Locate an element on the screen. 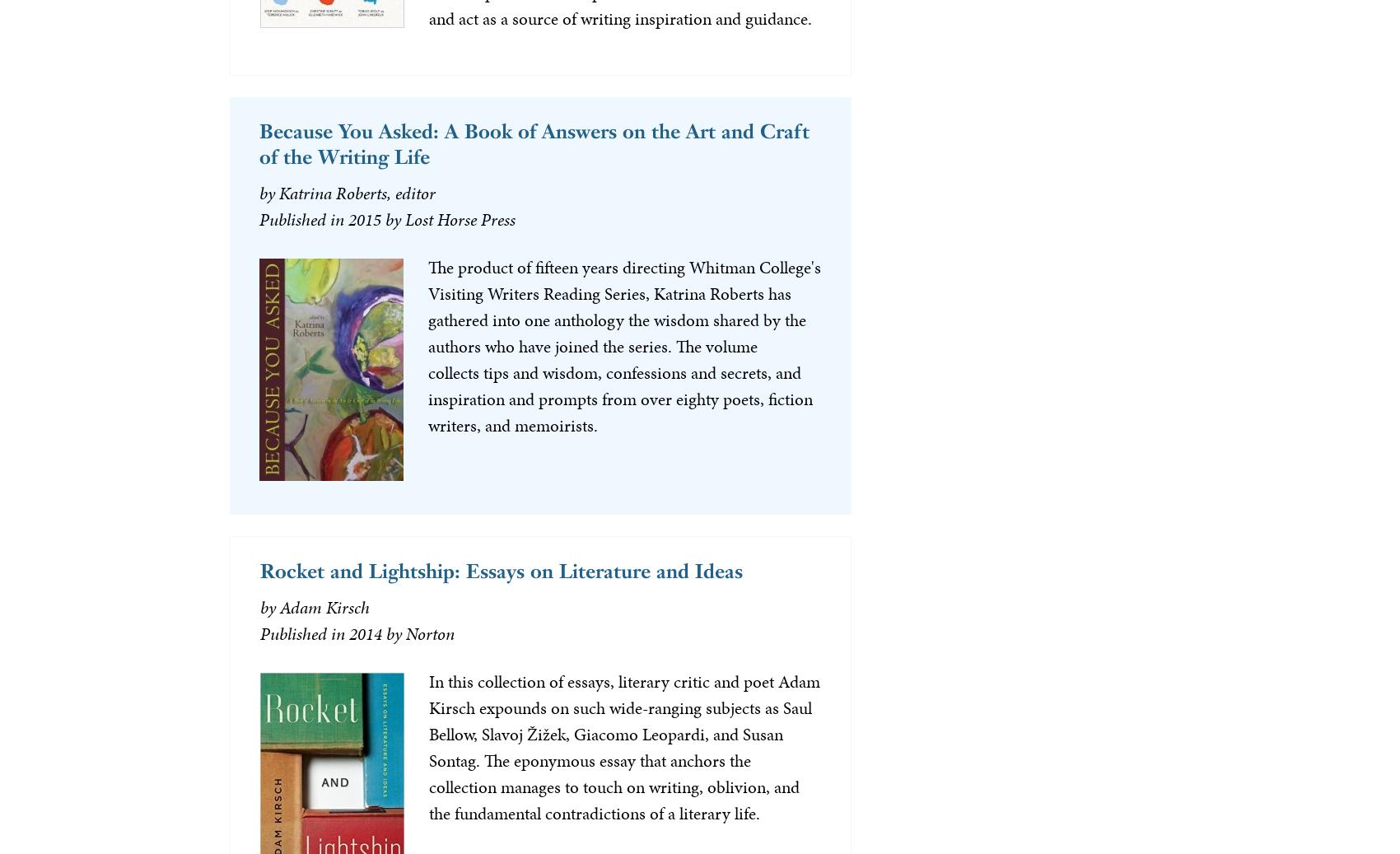 The image size is (1400, 854). 'Rocket and Lightship: Essays on Literature and Ideas' is located at coordinates (259, 570).